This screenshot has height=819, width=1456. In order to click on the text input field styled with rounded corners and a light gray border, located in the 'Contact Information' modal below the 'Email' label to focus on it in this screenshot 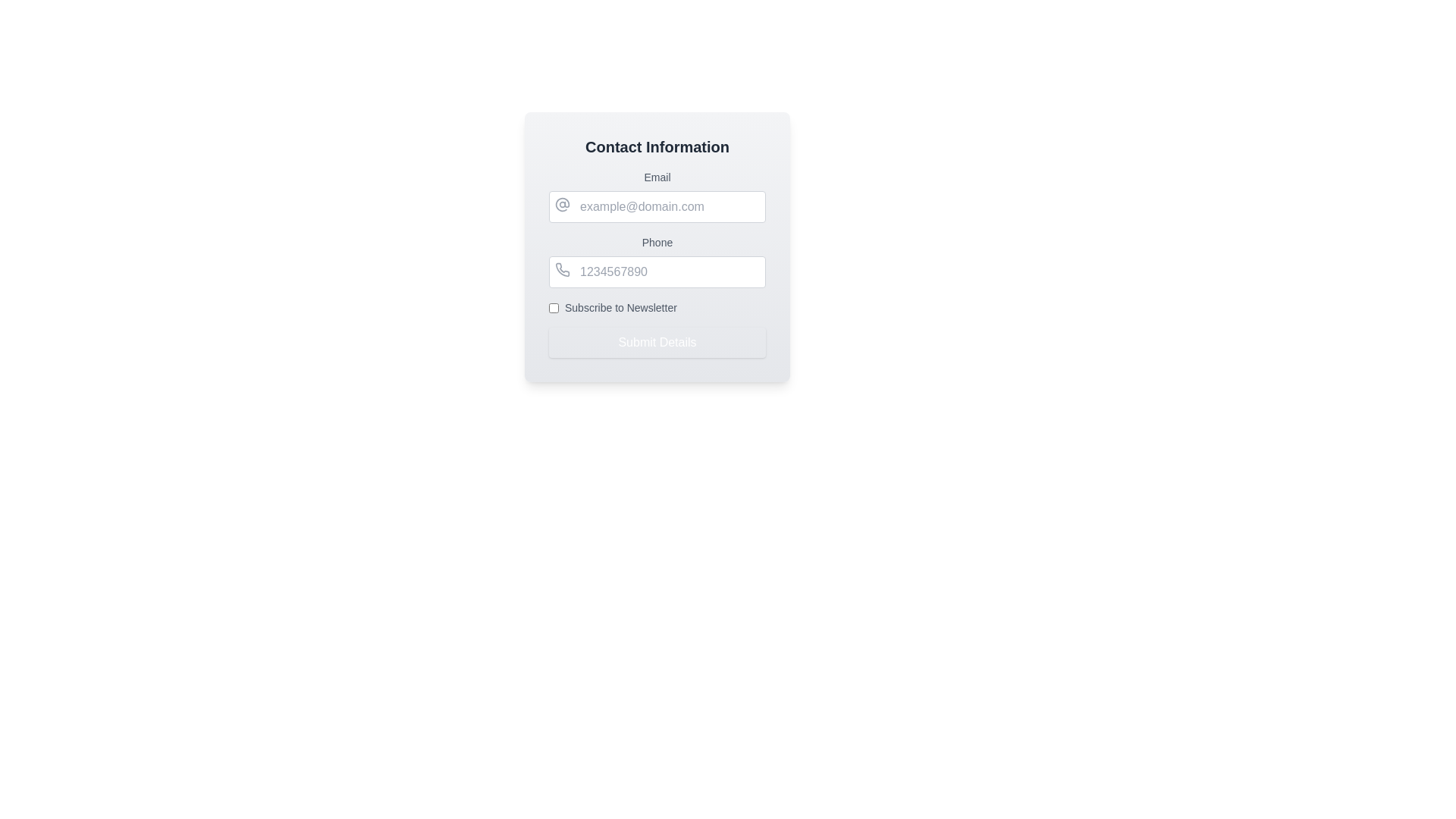, I will do `click(657, 207)`.